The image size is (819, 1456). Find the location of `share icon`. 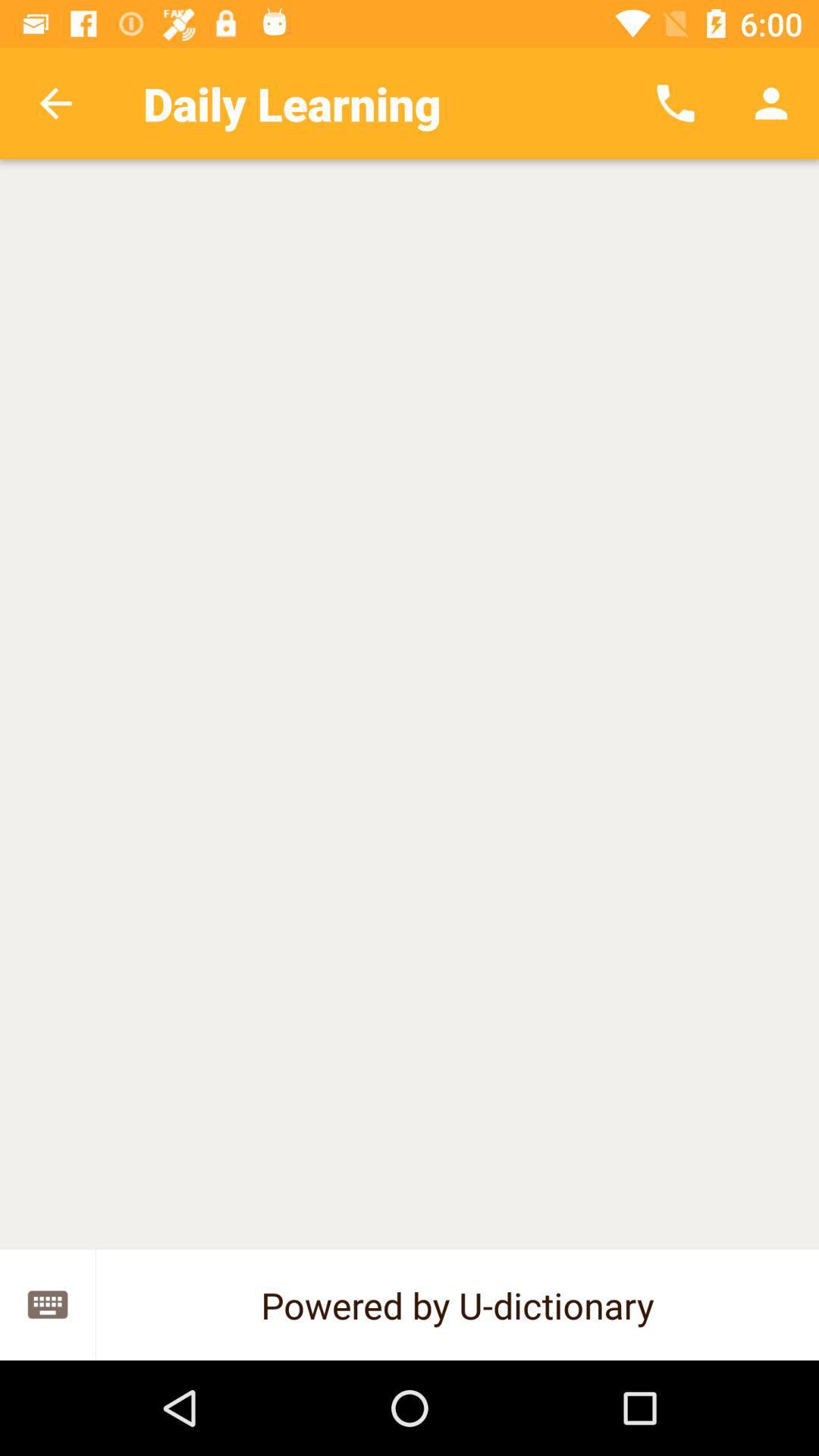

share icon is located at coordinates (46, 1304).